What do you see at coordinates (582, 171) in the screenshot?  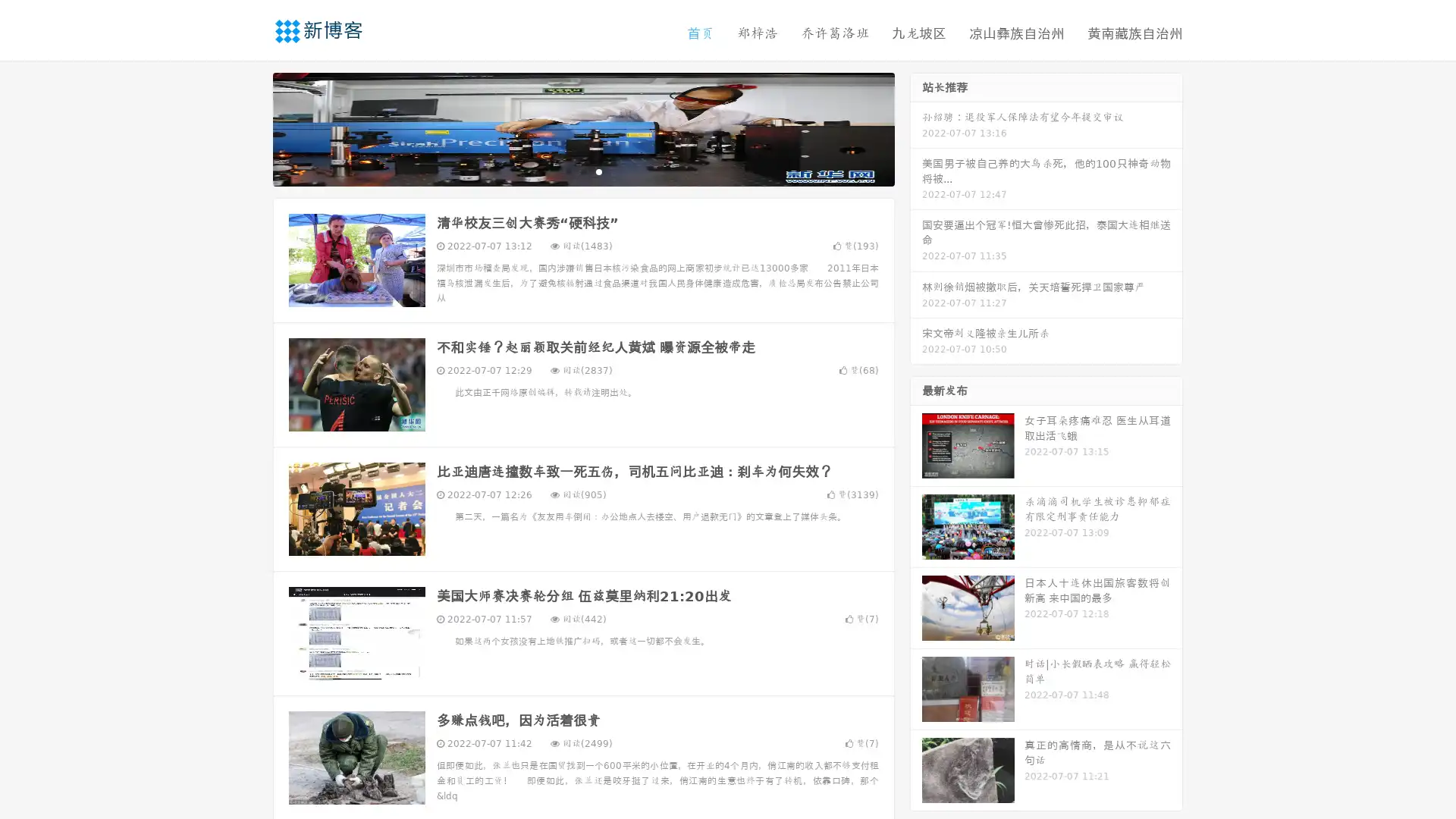 I see `Go to slide 2` at bounding box center [582, 171].